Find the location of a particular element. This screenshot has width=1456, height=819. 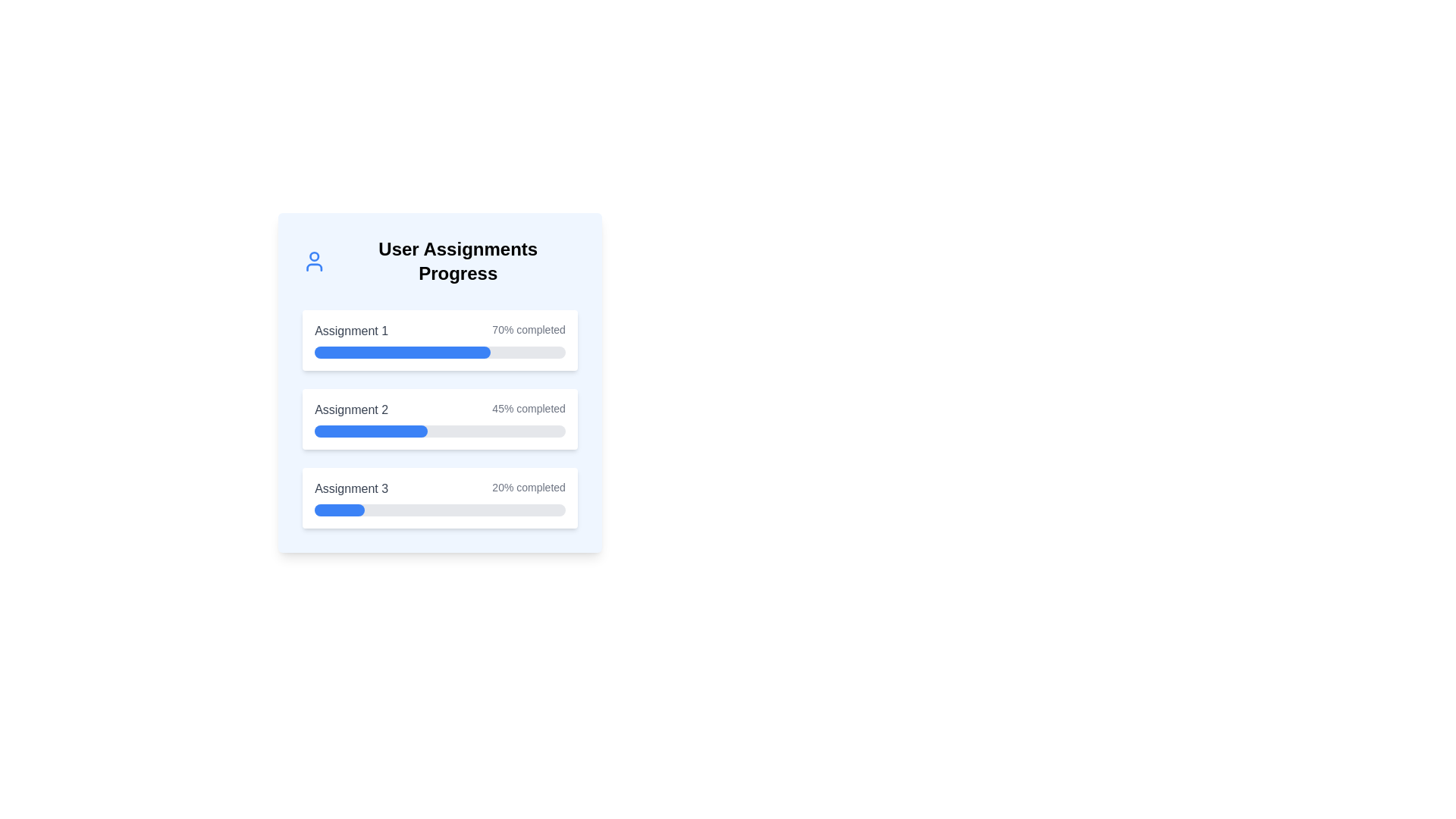

the user profile icon located to the left of the 'User Assignments Progress' header is located at coordinates (313, 260).